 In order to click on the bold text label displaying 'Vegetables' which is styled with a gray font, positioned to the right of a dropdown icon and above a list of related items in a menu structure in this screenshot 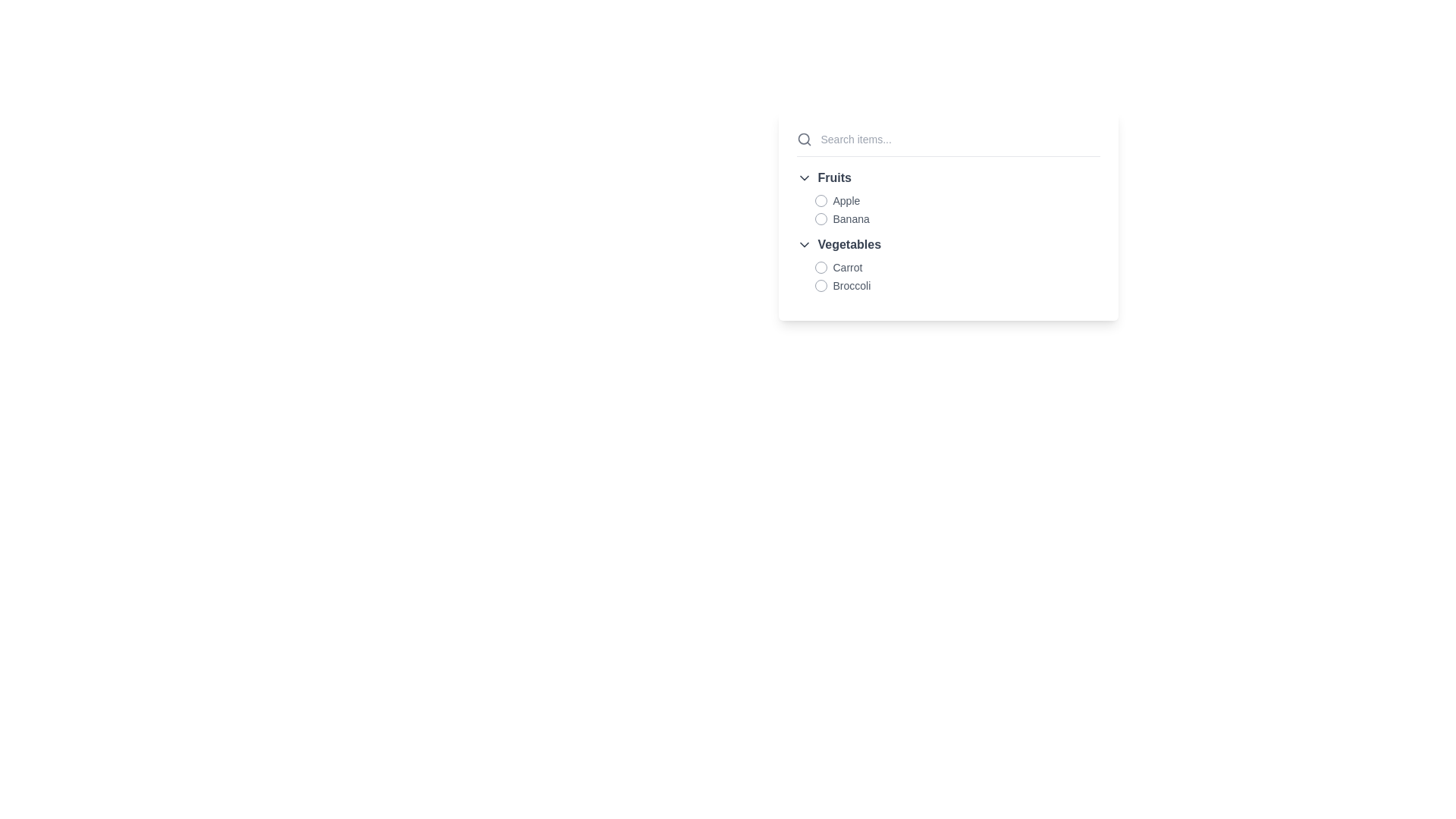, I will do `click(849, 244)`.